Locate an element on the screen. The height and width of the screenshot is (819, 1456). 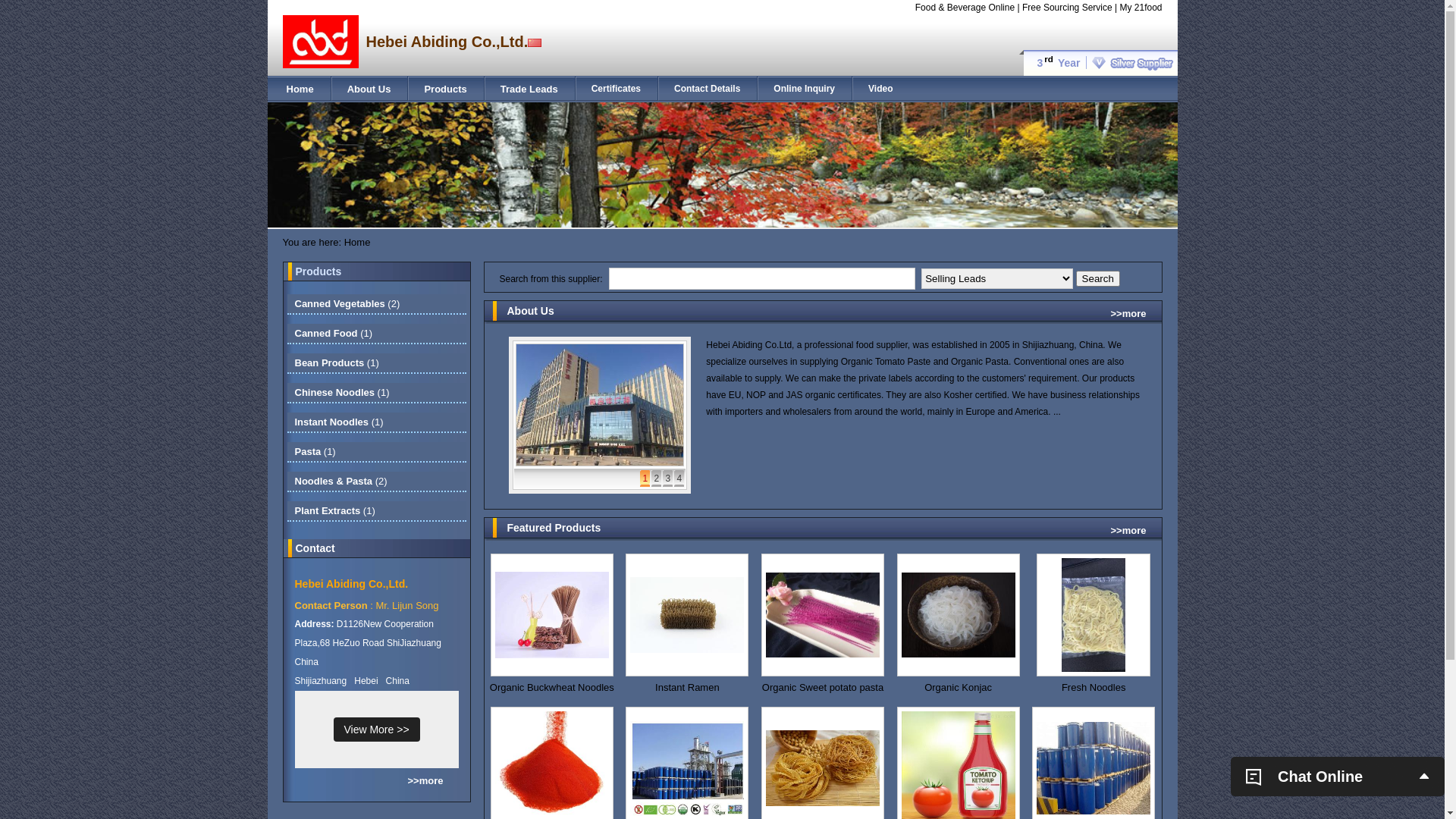
'Canned Food (1)' is located at coordinates (332, 332).